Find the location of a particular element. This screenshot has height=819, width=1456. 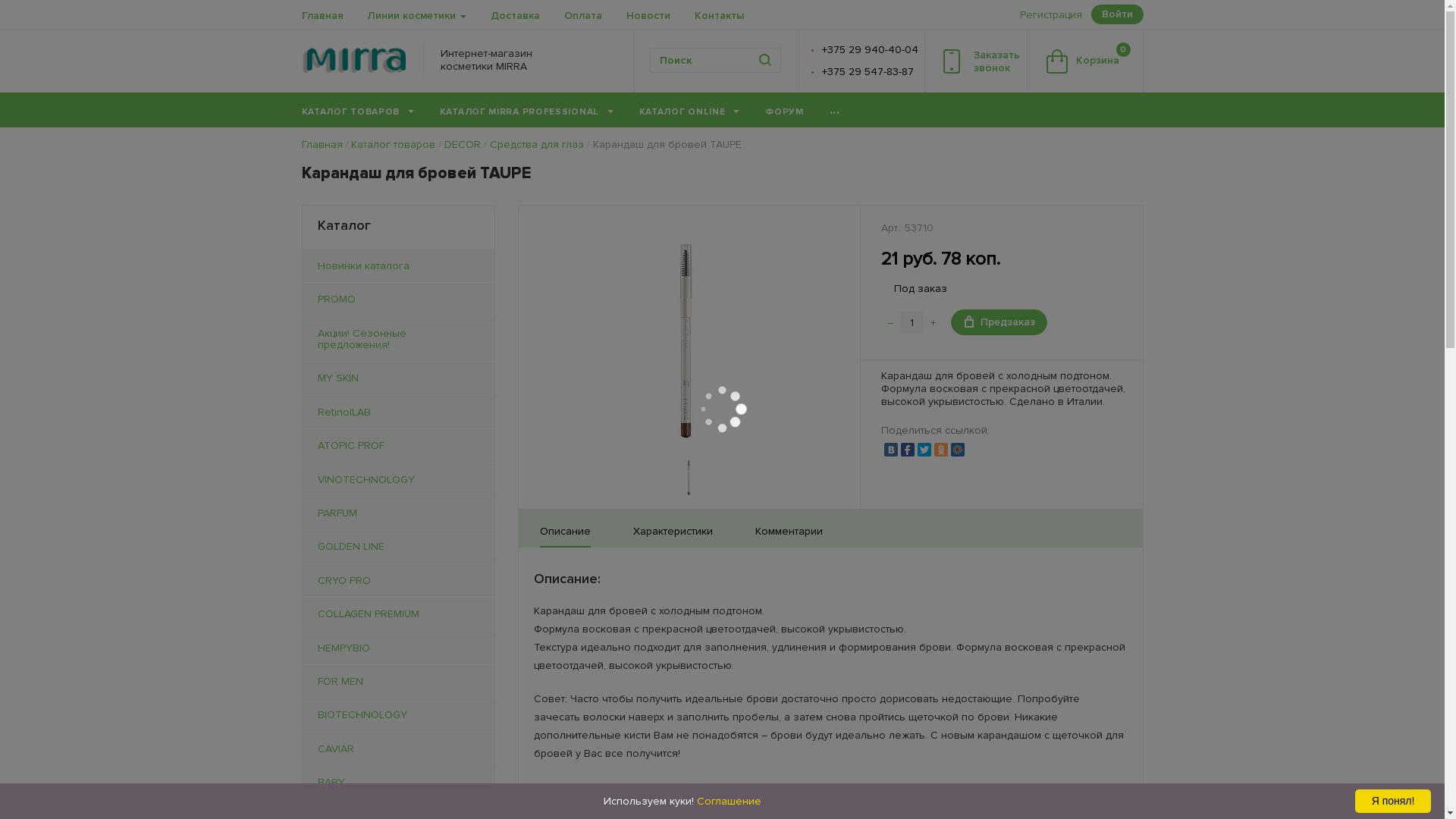

'RetinolLAB' is located at coordinates (302, 412).